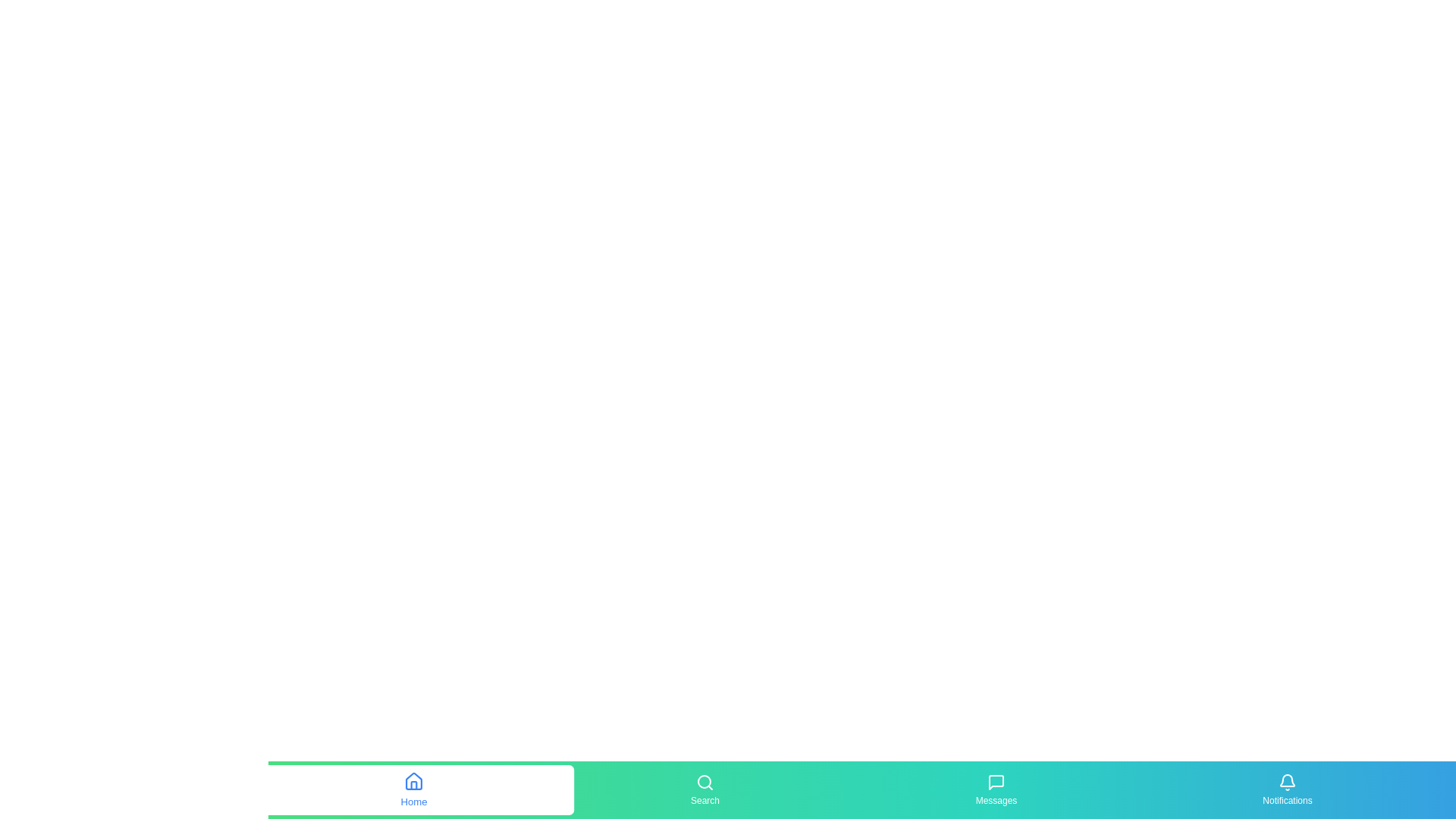 This screenshot has width=1456, height=819. Describe the element at coordinates (996, 789) in the screenshot. I see `the Messages button to observe its hover effect` at that location.